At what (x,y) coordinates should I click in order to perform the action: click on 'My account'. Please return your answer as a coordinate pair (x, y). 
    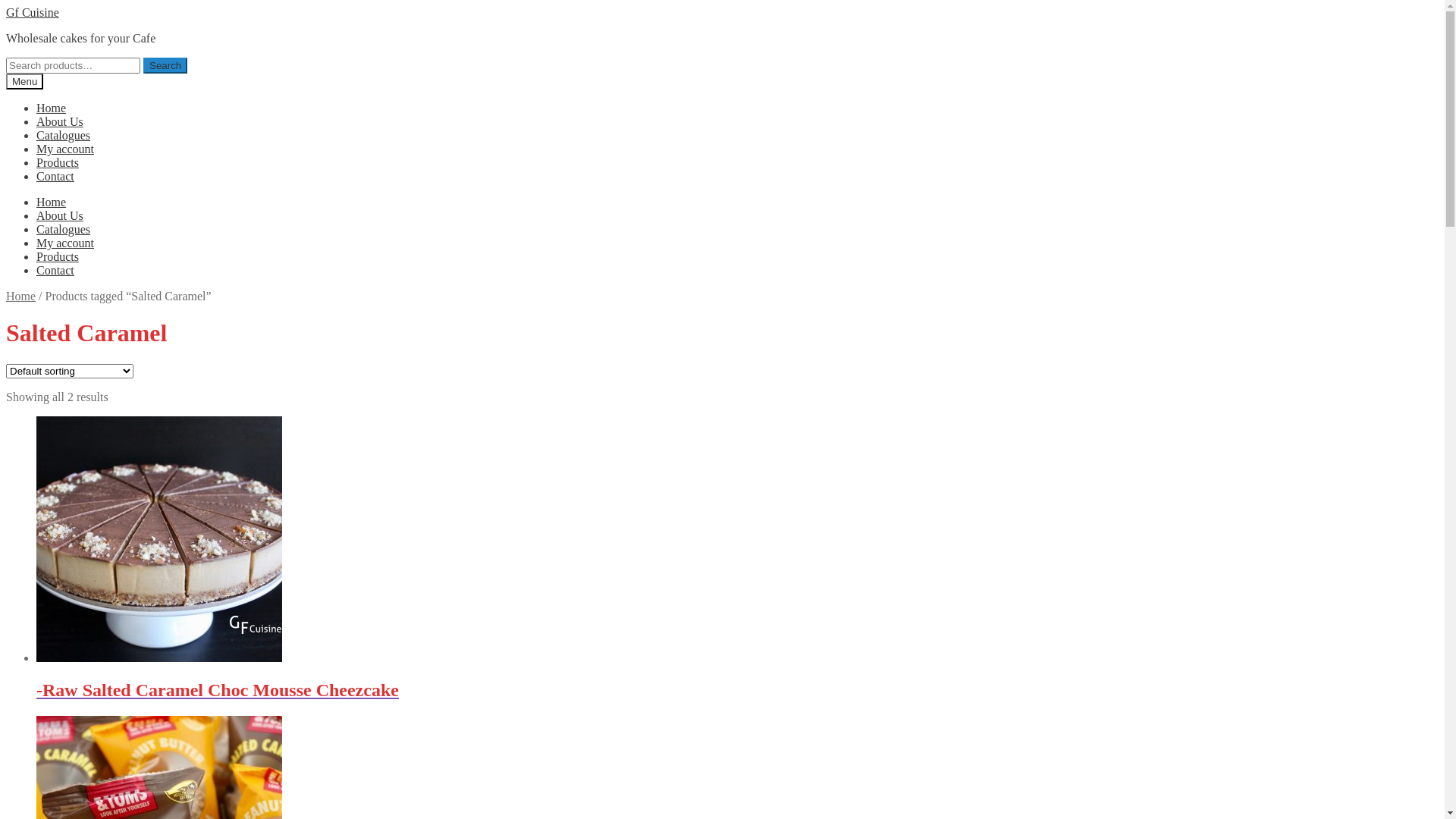
    Looking at the image, I should click on (64, 149).